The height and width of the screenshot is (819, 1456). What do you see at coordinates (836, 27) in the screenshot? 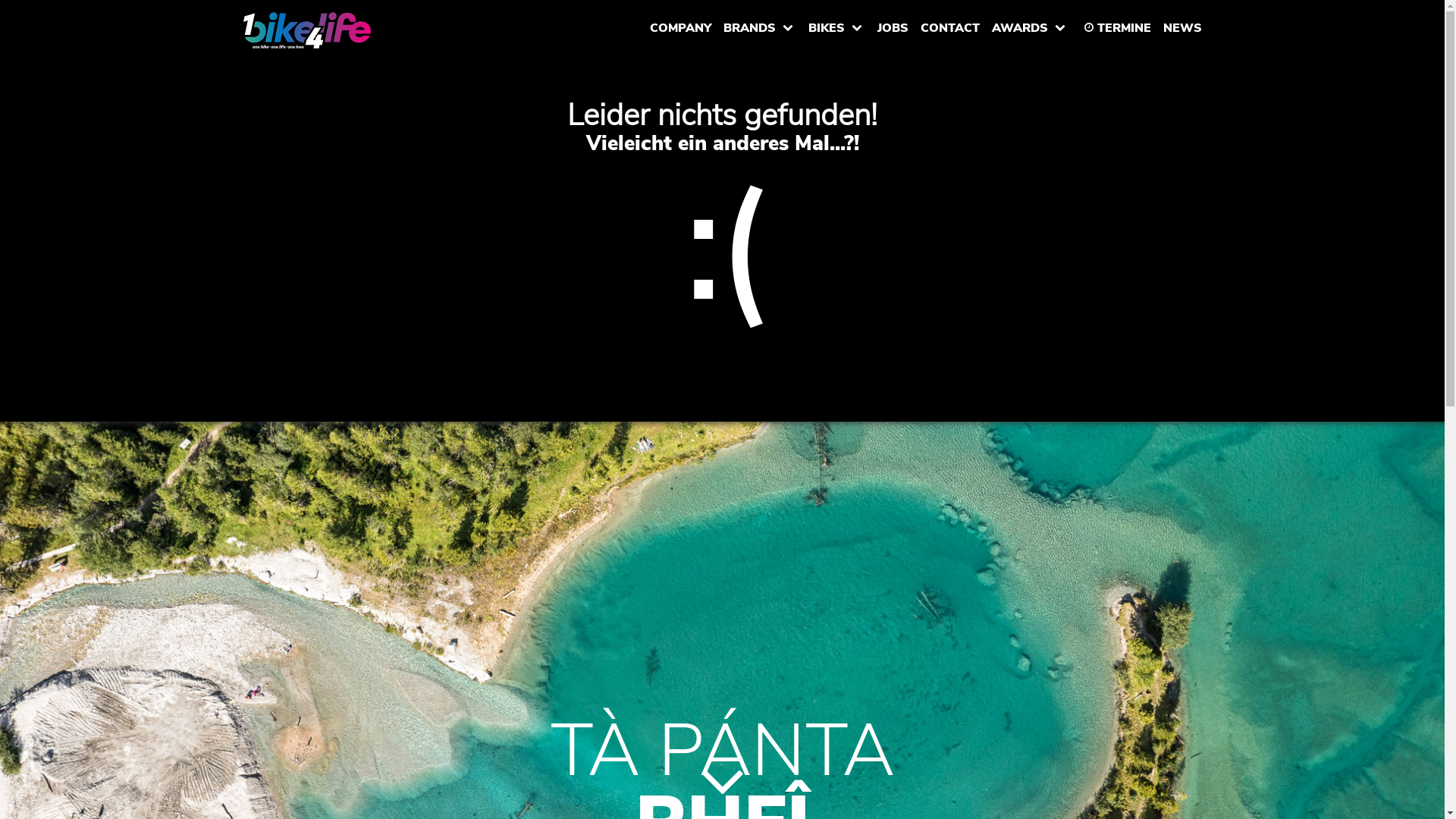
I see `'BIKES'` at bounding box center [836, 27].